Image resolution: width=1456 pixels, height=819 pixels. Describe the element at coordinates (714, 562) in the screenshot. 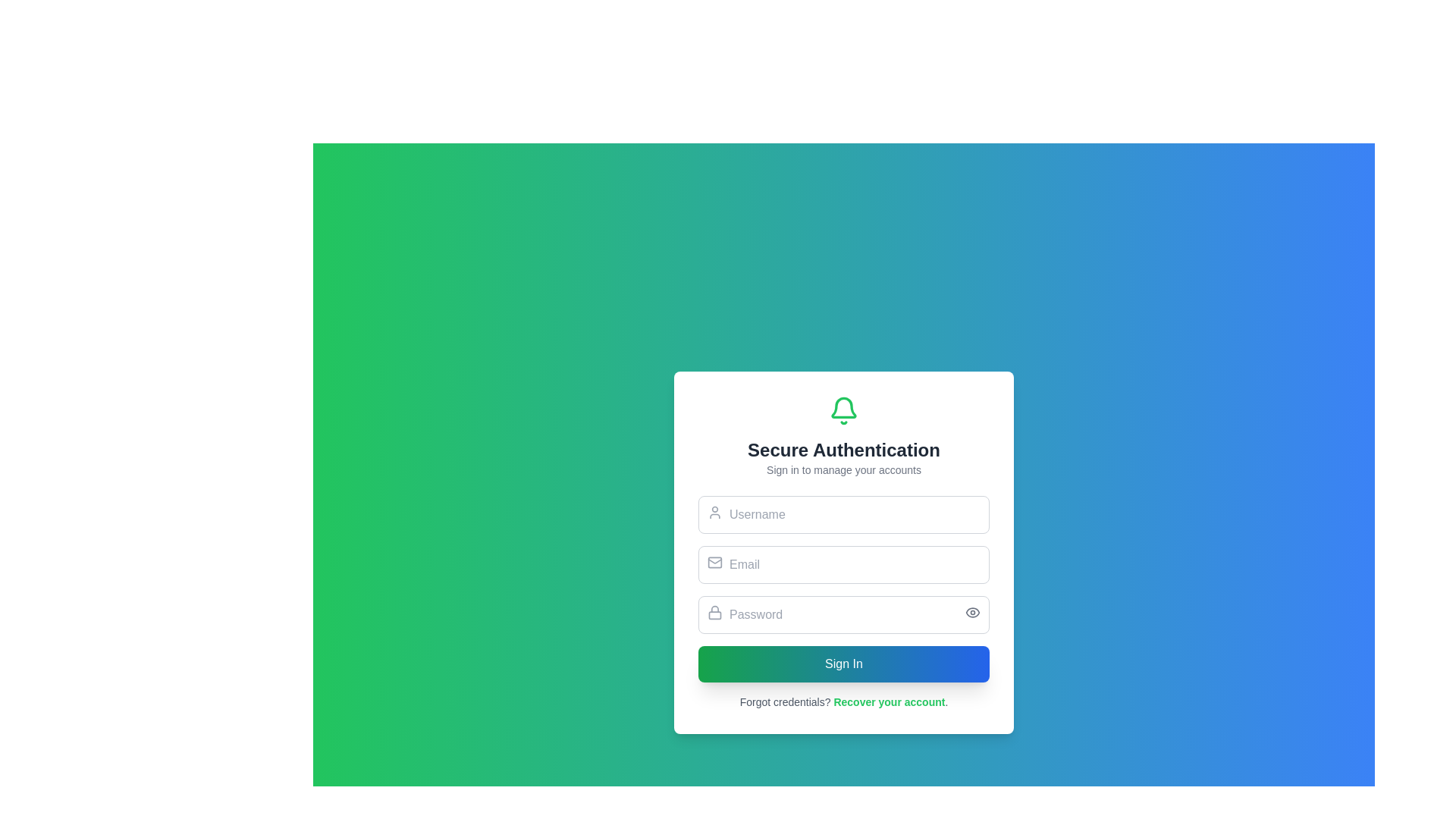

I see `the mail icon which is a minimalistic envelope shape outlined in gray, located inside the email input field to the left edge` at that location.